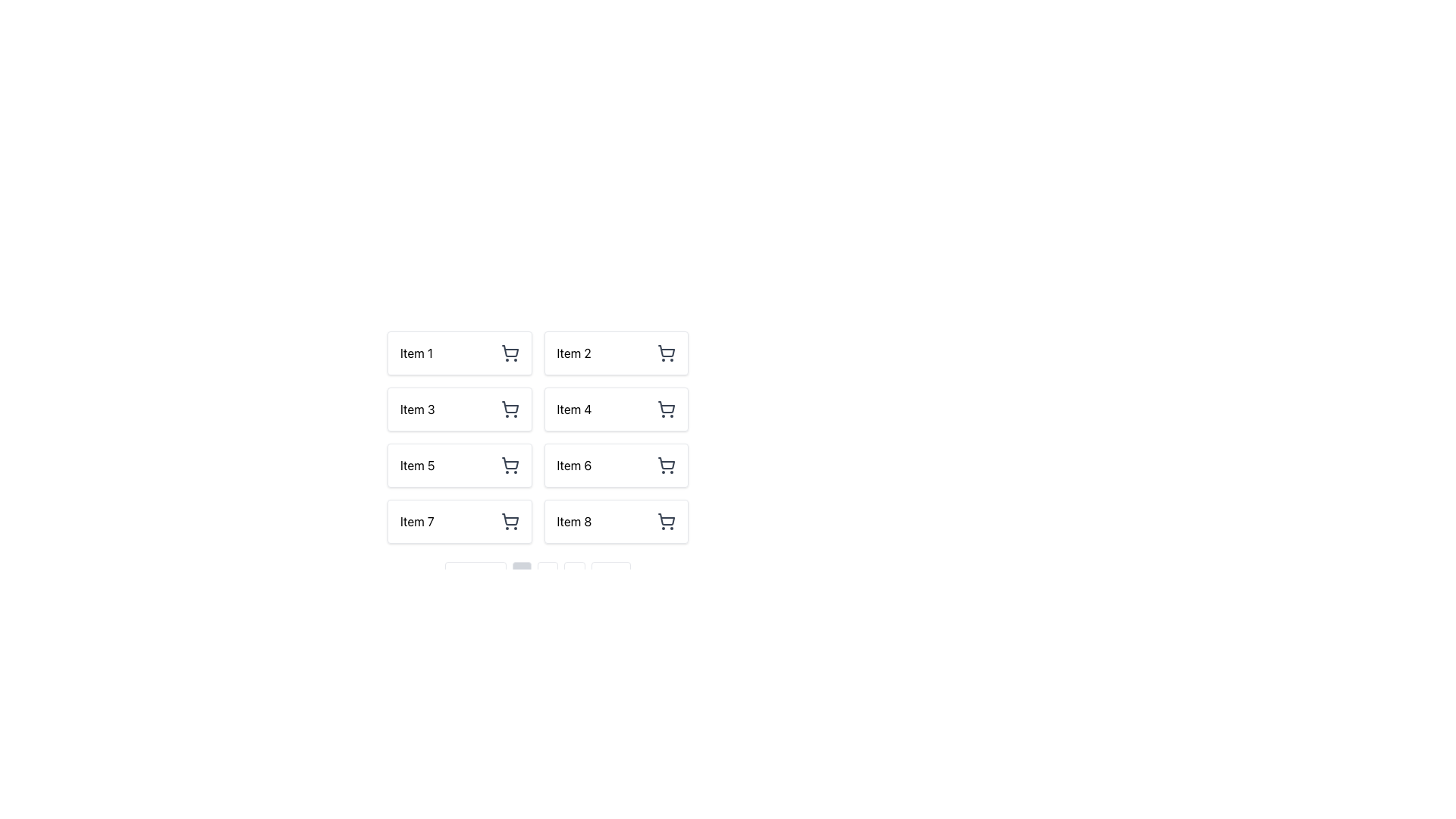 The width and height of the screenshot is (1456, 819). I want to click on the interactive icon for 'Item 6', so click(666, 464).